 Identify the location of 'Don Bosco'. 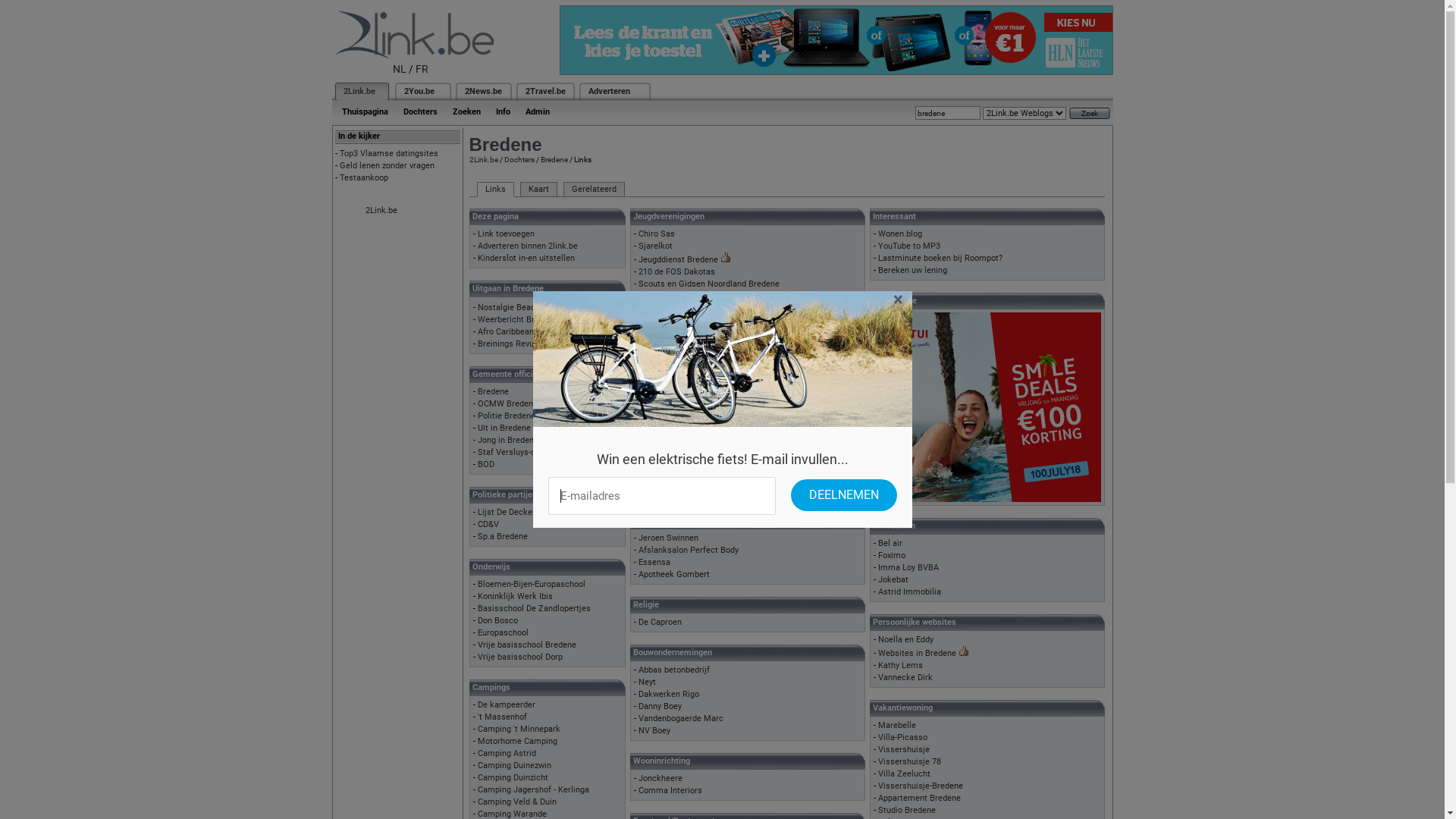
(497, 620).